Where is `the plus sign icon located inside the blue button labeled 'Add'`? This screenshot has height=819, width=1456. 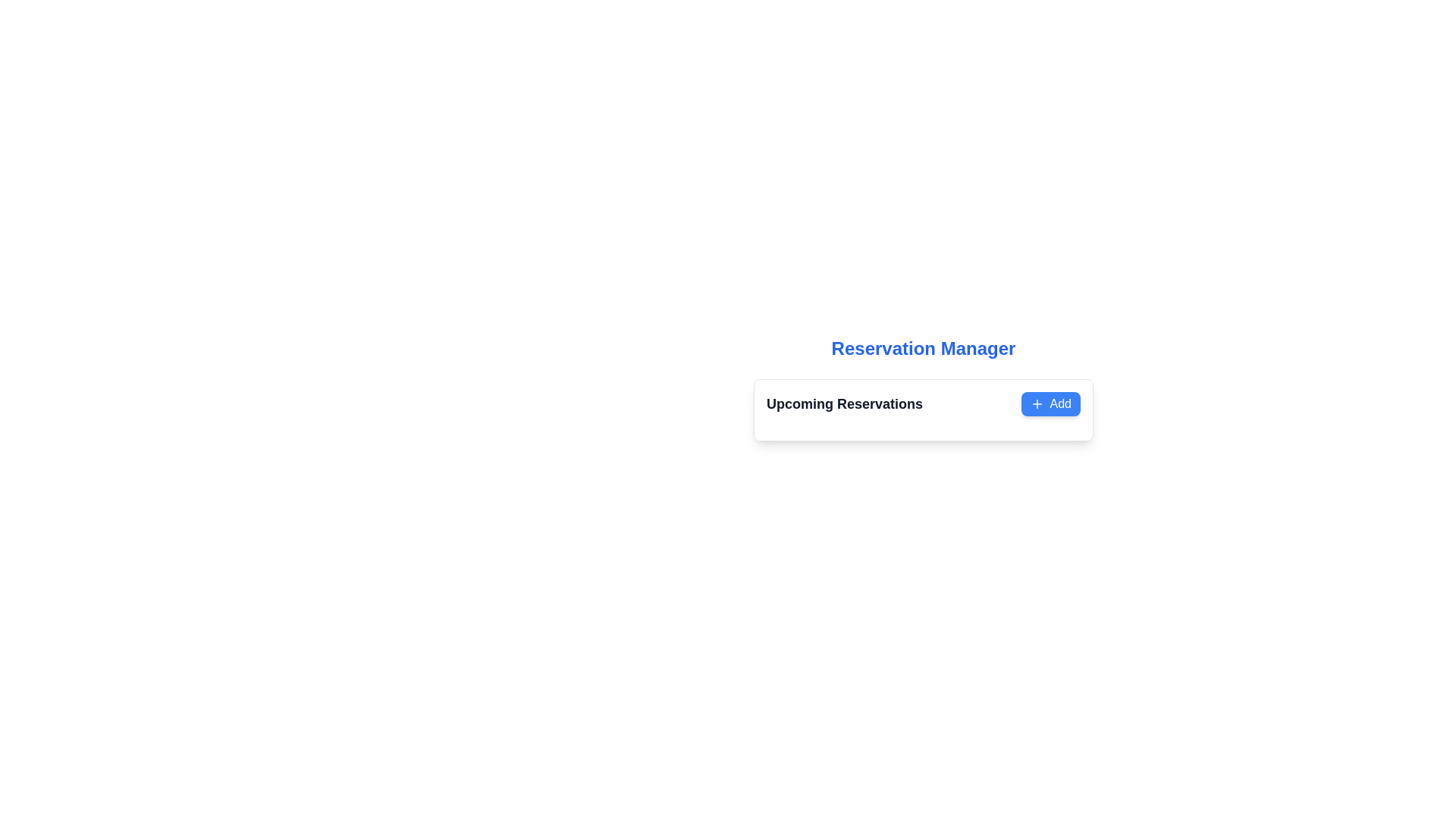
the plus sign icon located inside the blue button labeled 'Add' is located at coordinates (1036, 403).